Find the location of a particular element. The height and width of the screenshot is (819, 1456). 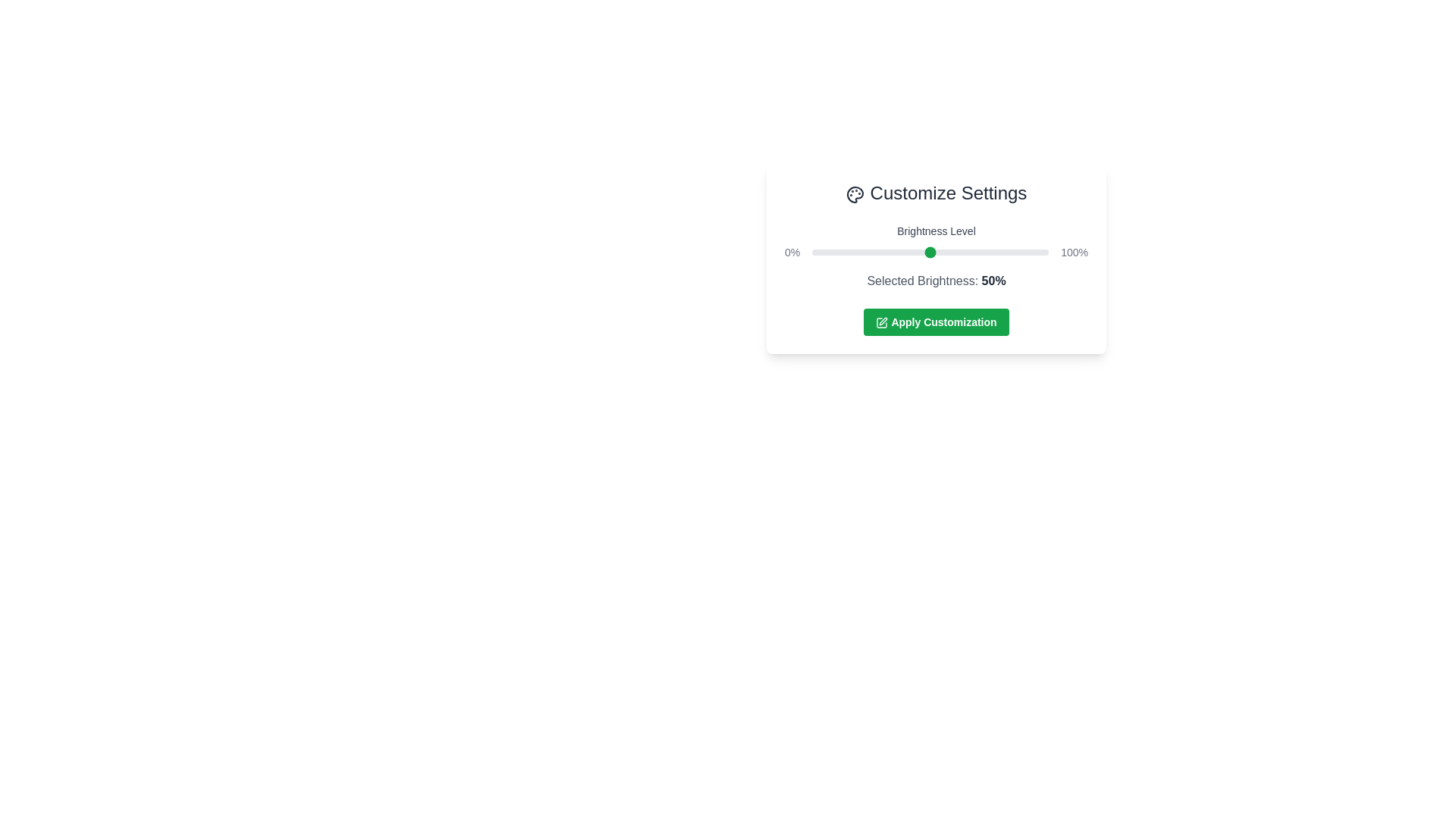

the brightness is located at coordinates (1038, 251).